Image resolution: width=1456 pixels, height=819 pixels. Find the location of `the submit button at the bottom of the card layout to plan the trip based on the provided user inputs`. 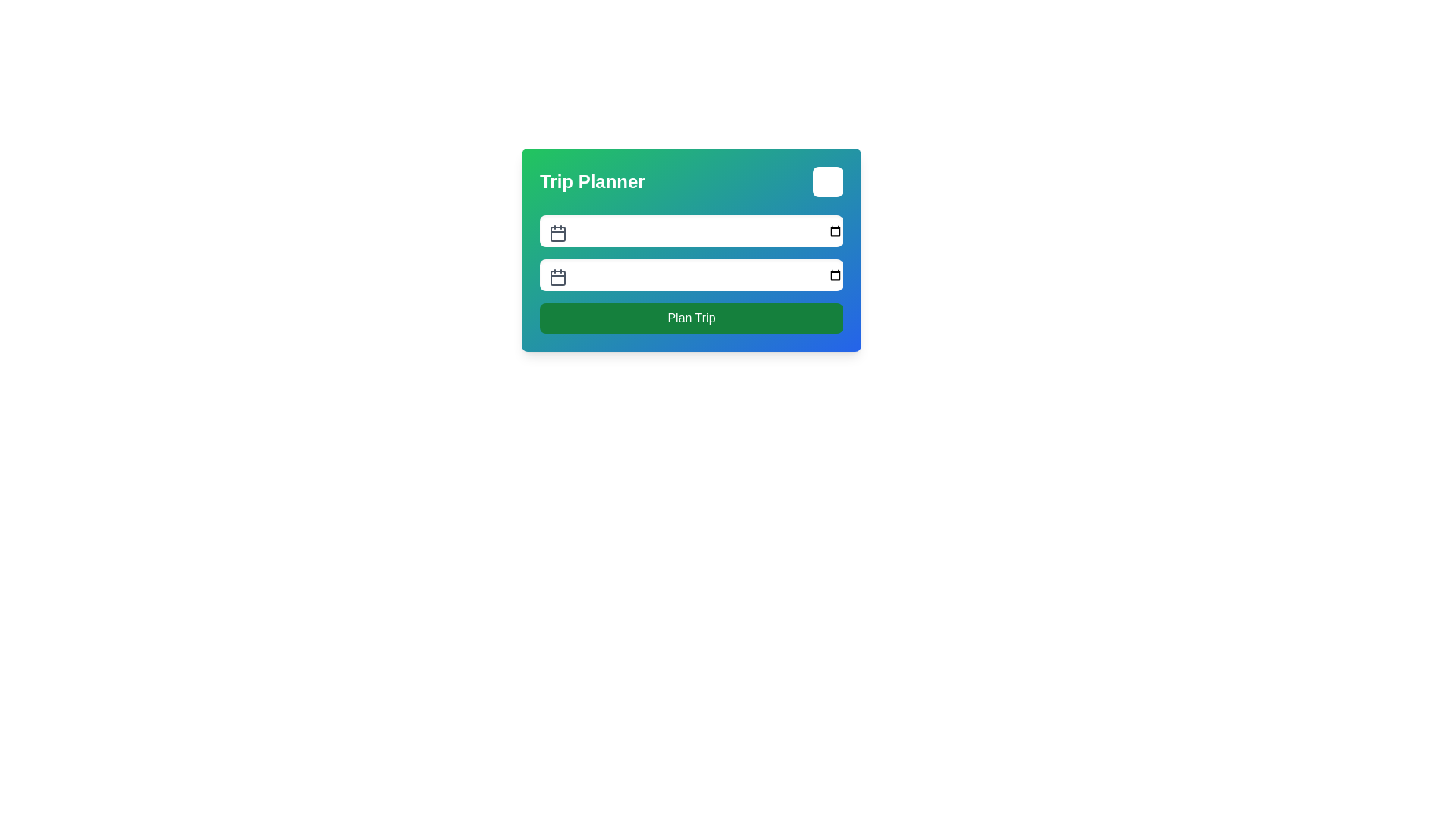

the submit button at the bottom of the card layout to plan the trip based on the provided user inputs is located at coordinates (691, 318).